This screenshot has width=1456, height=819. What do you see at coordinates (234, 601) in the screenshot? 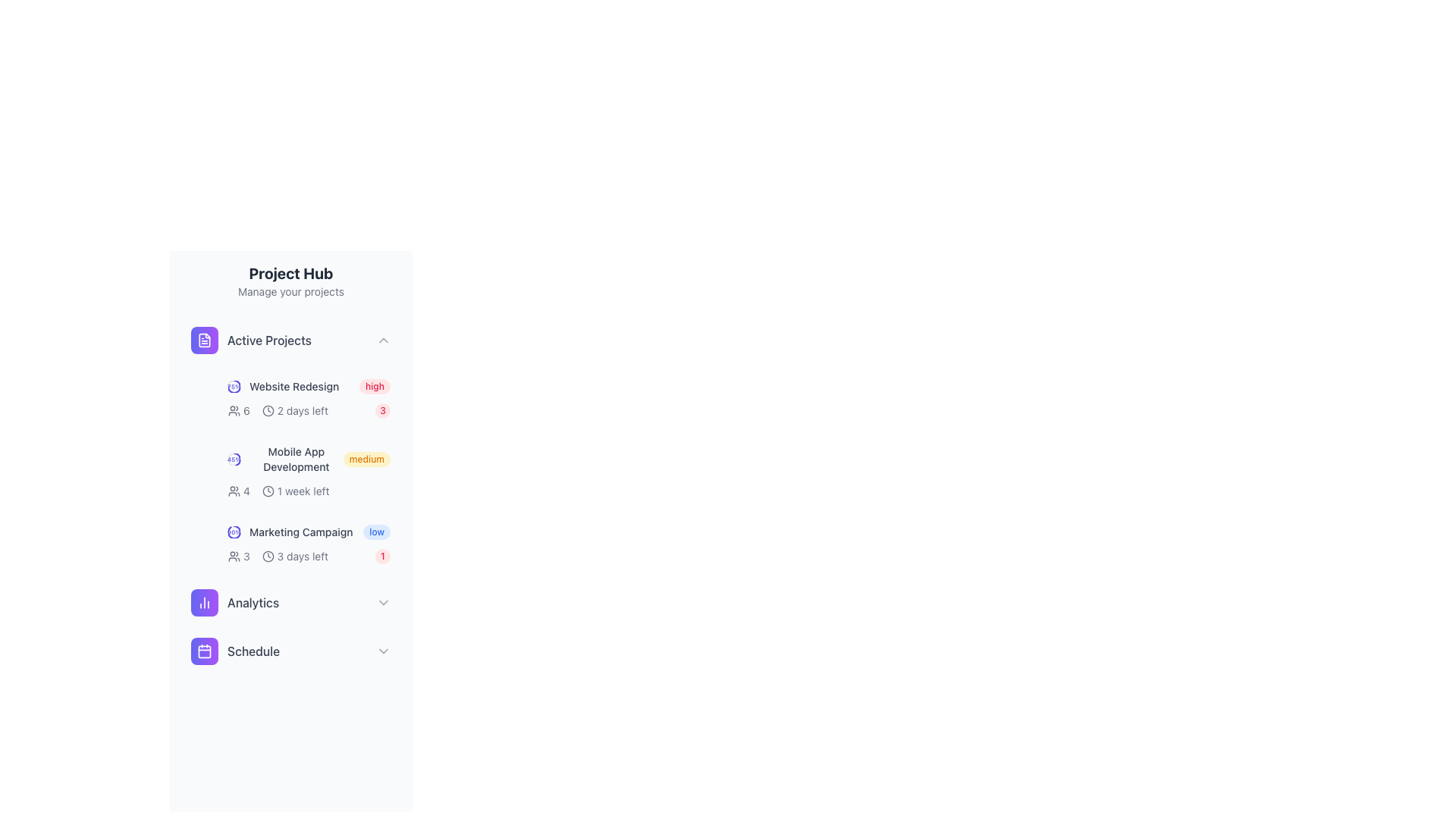
I see `the analytics navigation label located in the sidebar, positioned between 'Marketing Campaign' and 'Schedule'` at bounding box center [234, 601].